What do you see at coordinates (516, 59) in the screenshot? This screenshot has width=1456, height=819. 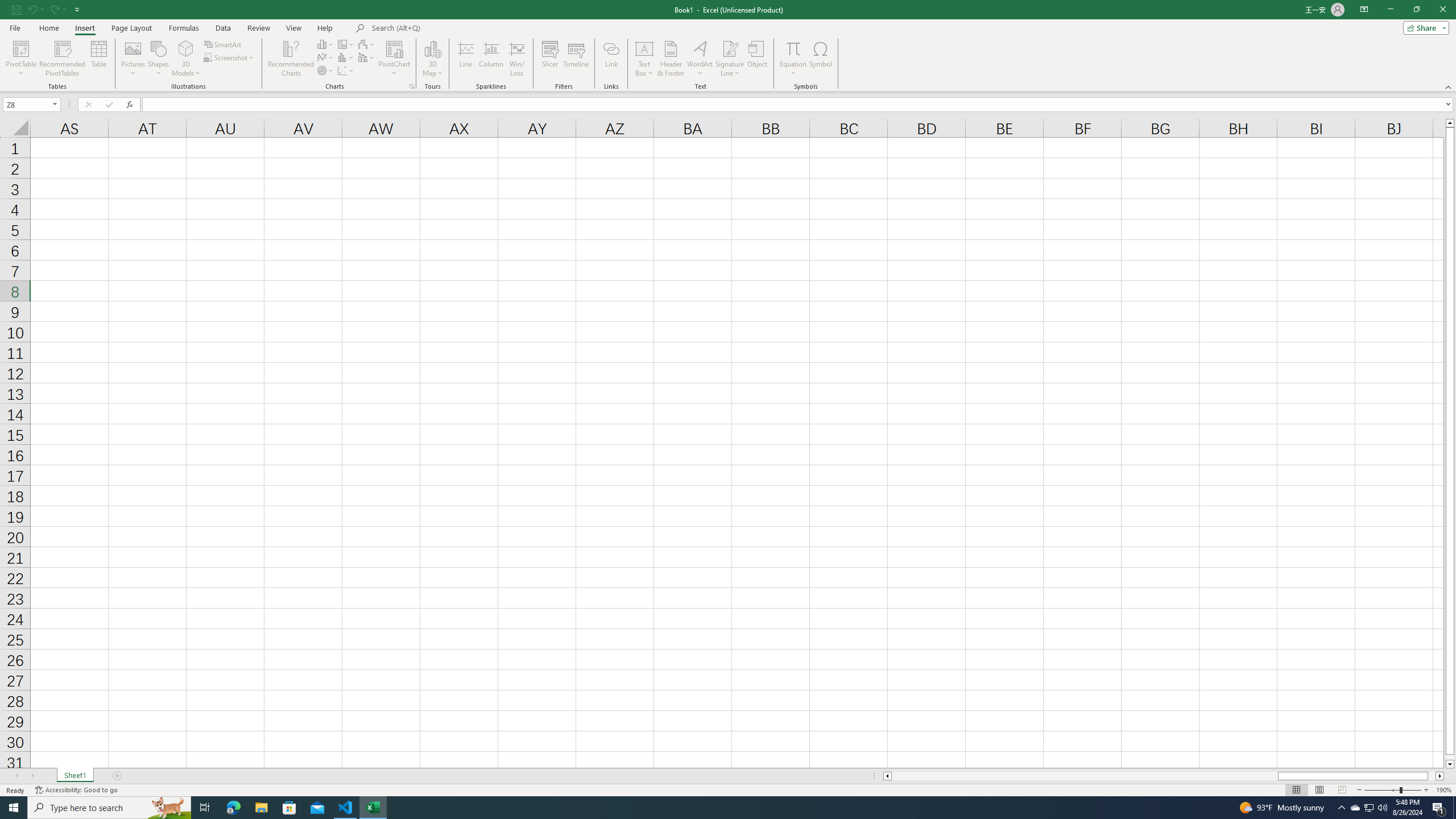 I see `'Win/Loss'` at bounding box center [516, 59].